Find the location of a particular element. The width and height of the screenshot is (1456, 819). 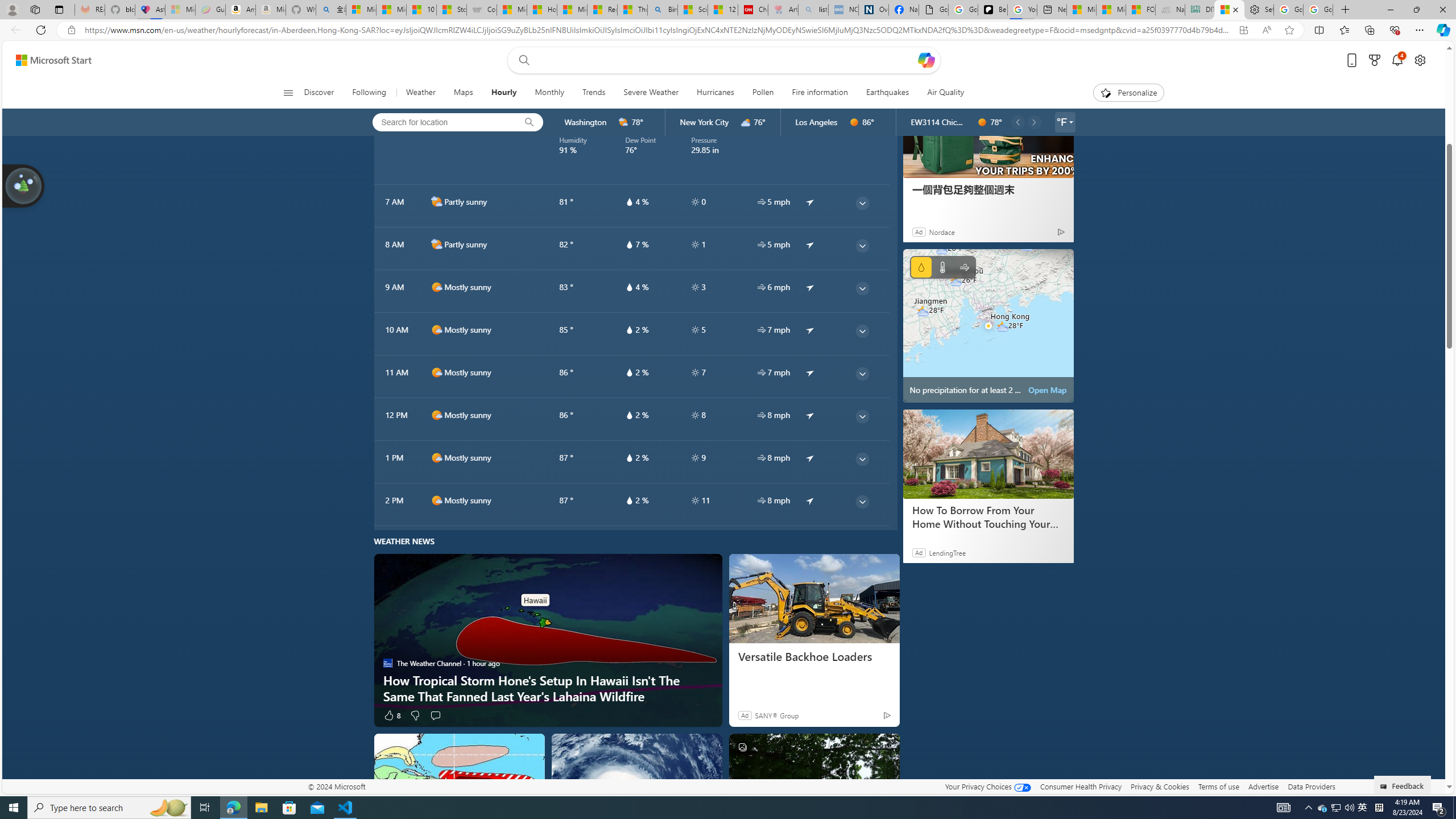

'Terms of use' is located at coordinates (1218, 786).